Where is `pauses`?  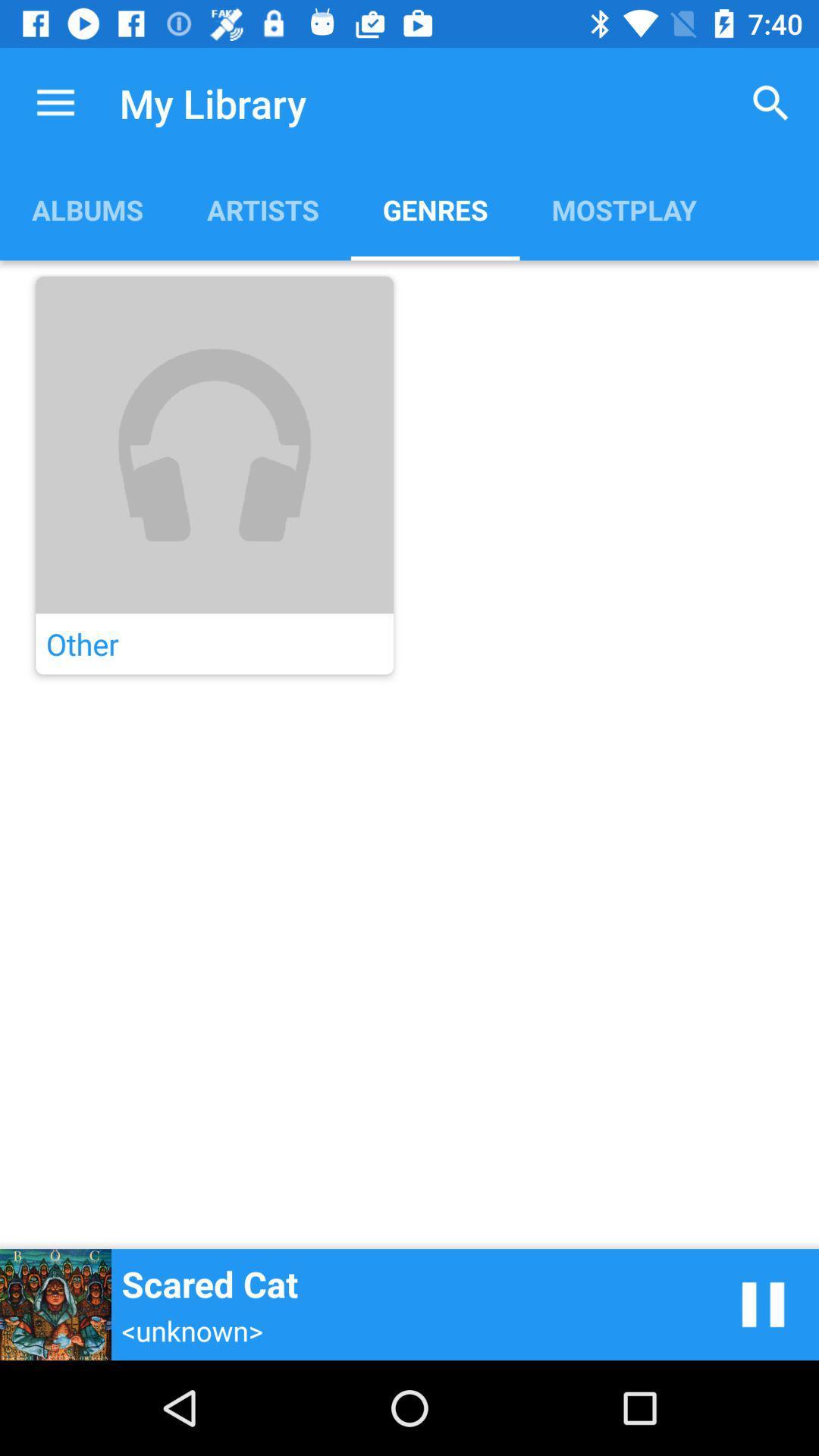 pauses is located at coordinates (763, 1304).